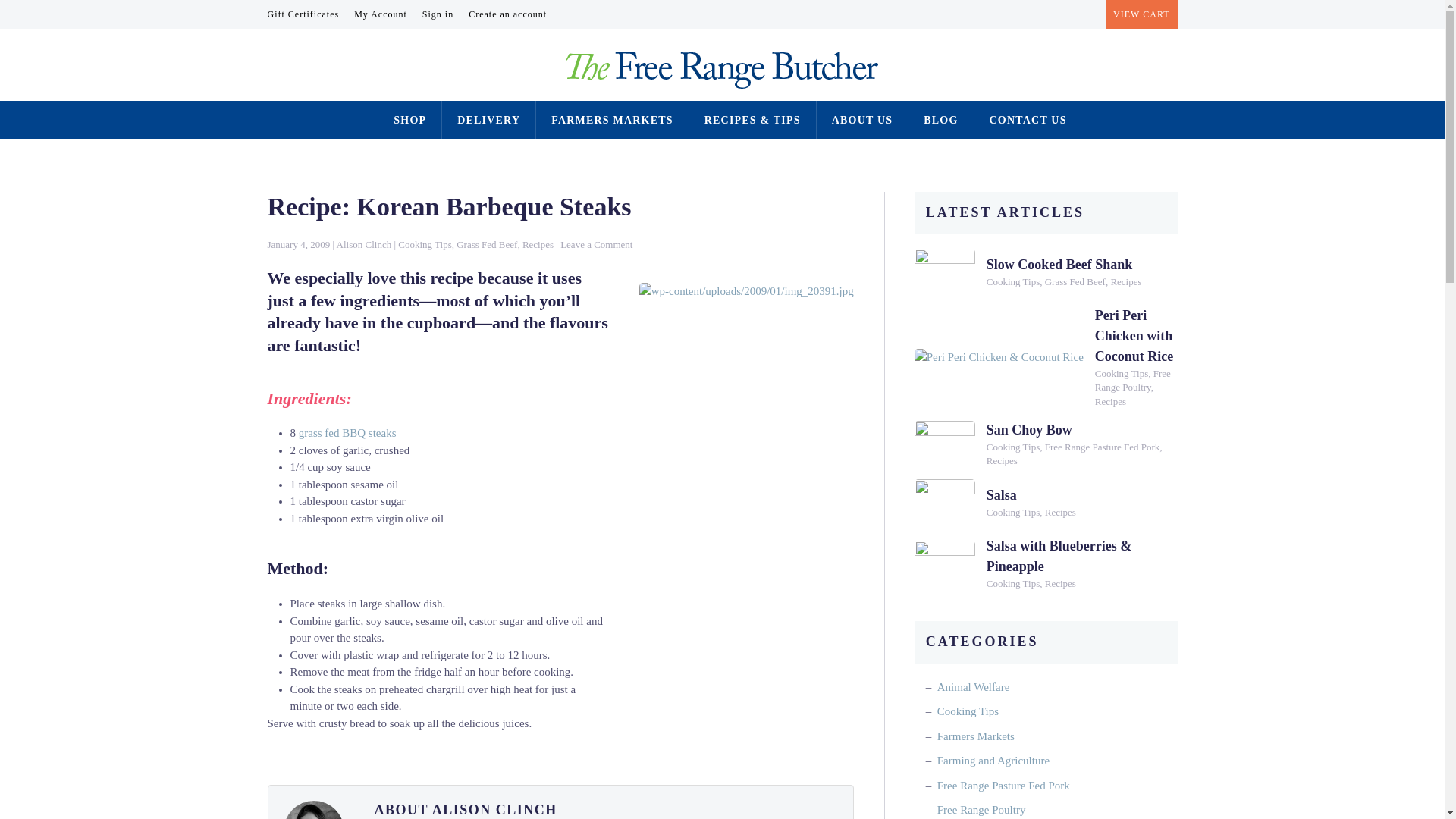  Describe the element at coordinates (986, 494) in the screenshot. I see `'Salsa'` at that location.